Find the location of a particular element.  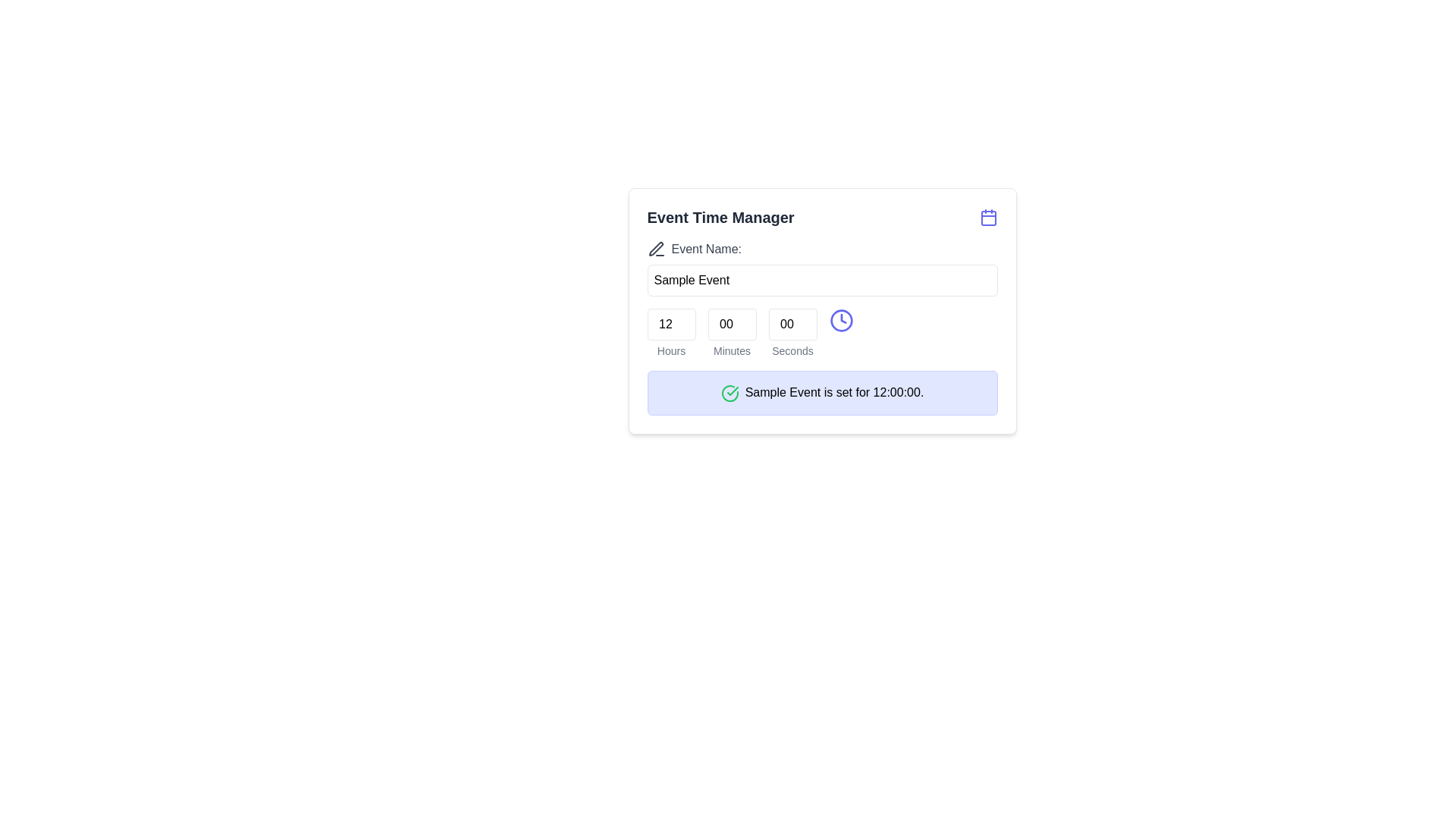

the green checkmark icon located inside the circular outline of the larger indicator in the notification block at the bottom of the event manager card is located at coordinates (733, 390).